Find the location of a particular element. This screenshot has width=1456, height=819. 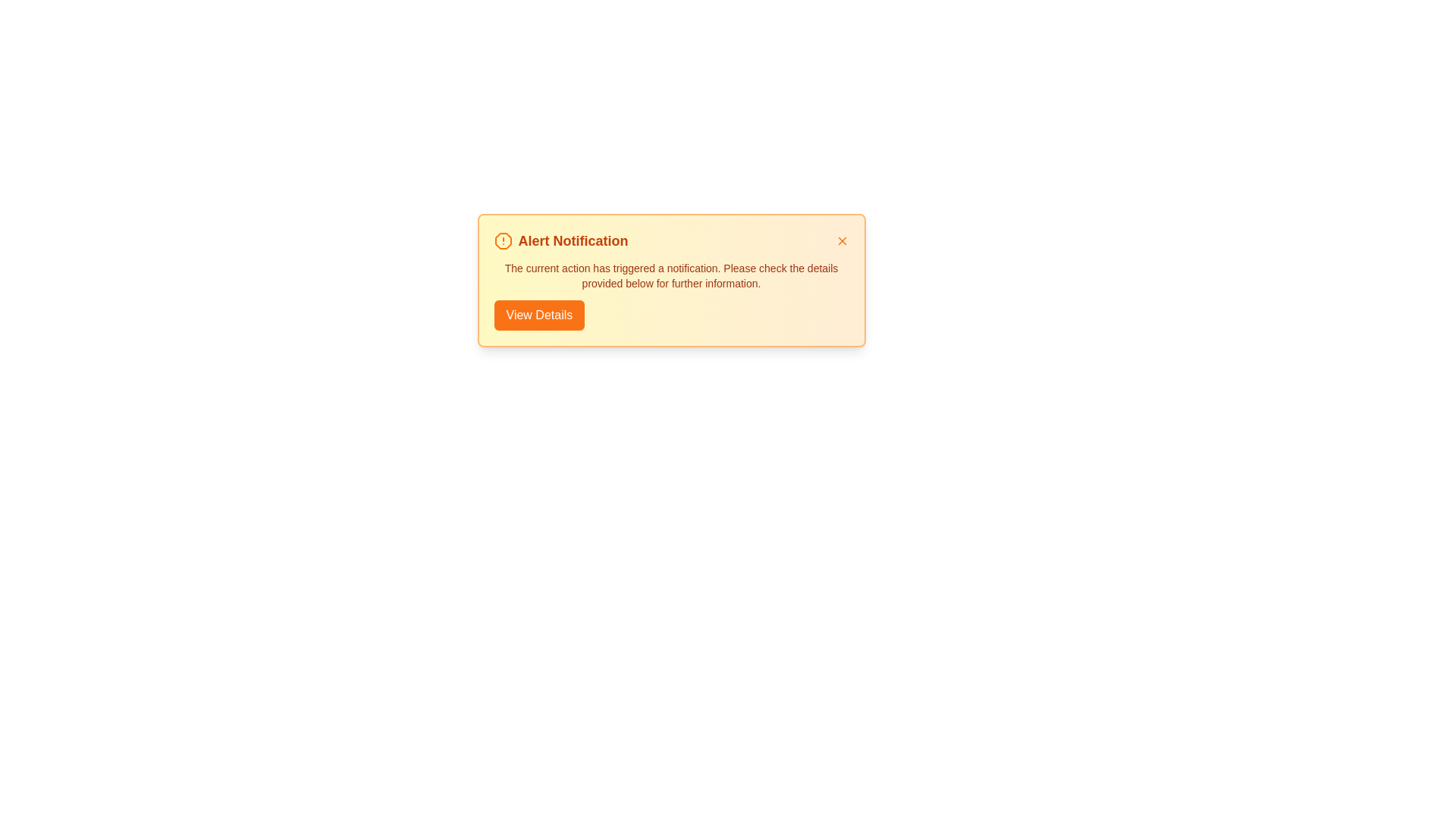

the alert icon to check its functionality is located at coordinates (503, 240).